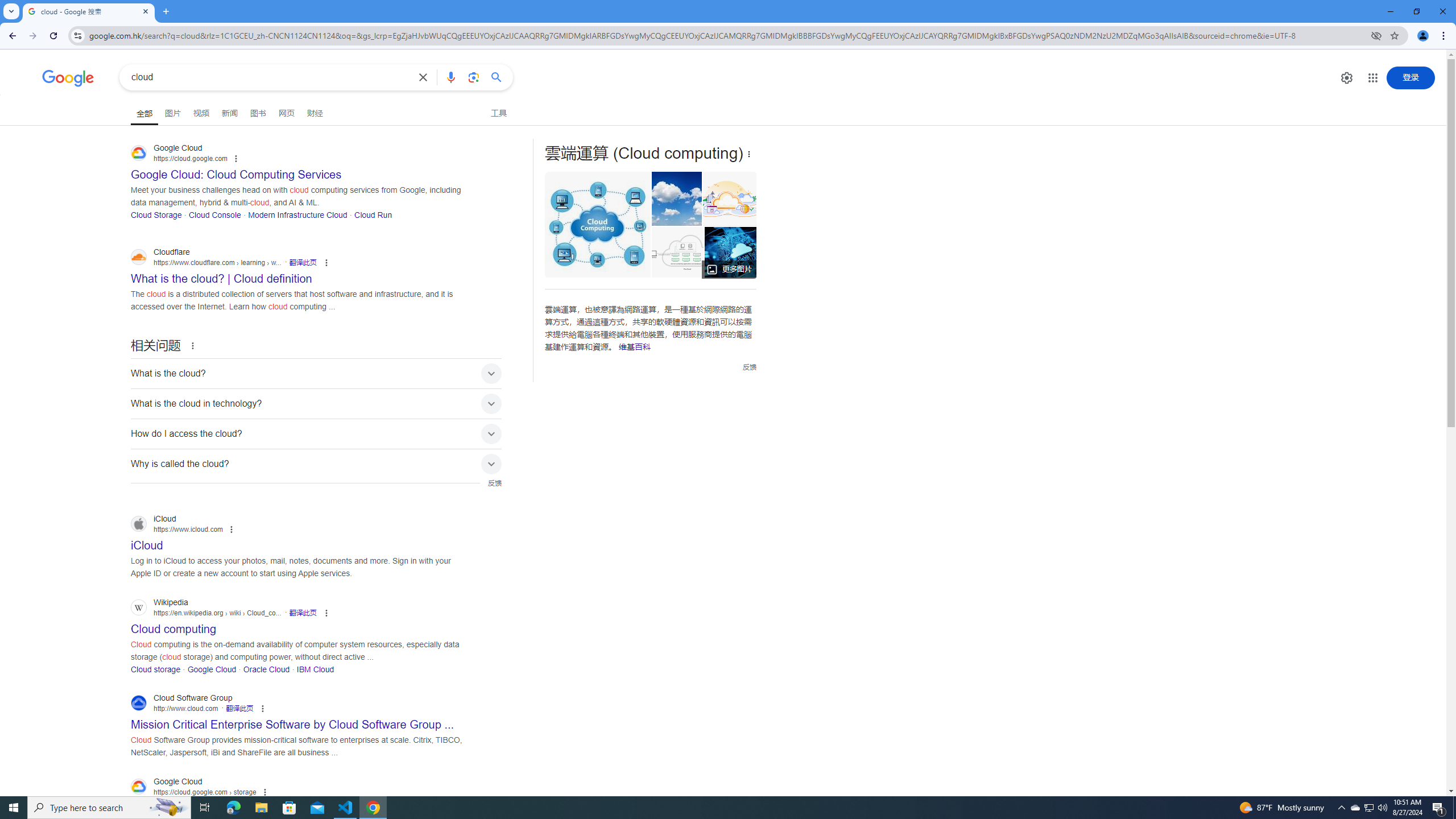 The image size is (1456, 819). What do you see at coordinates (297, 214) in the screenshot?
I see `'Modern Infrastructure Cloud'` at bounding box center [297, 214].